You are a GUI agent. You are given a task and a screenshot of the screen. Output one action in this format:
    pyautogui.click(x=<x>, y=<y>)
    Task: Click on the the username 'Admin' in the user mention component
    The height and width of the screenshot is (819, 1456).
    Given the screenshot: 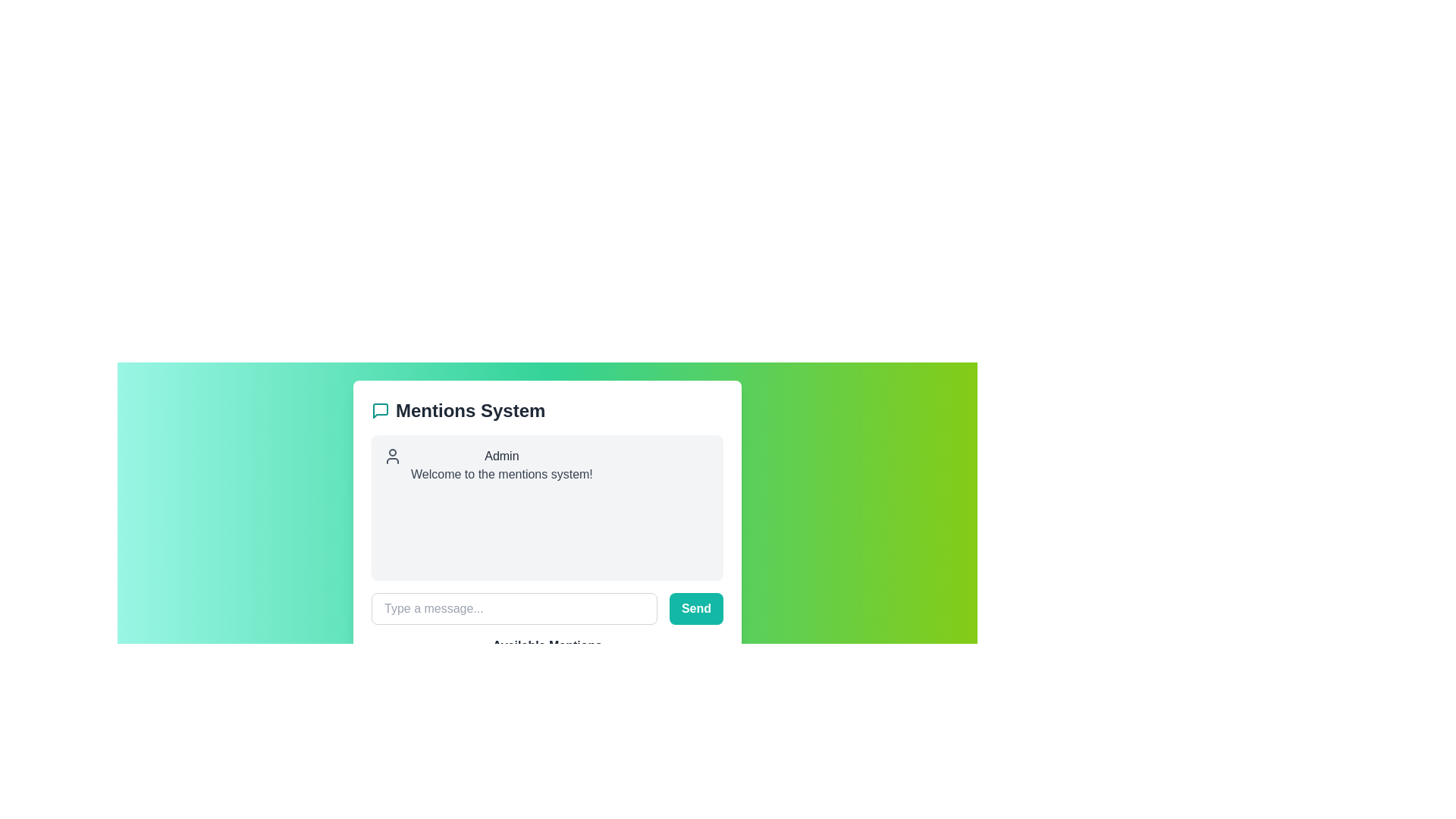 What is the action you would take?
    pyautogui.click(x=546, y=464)
    